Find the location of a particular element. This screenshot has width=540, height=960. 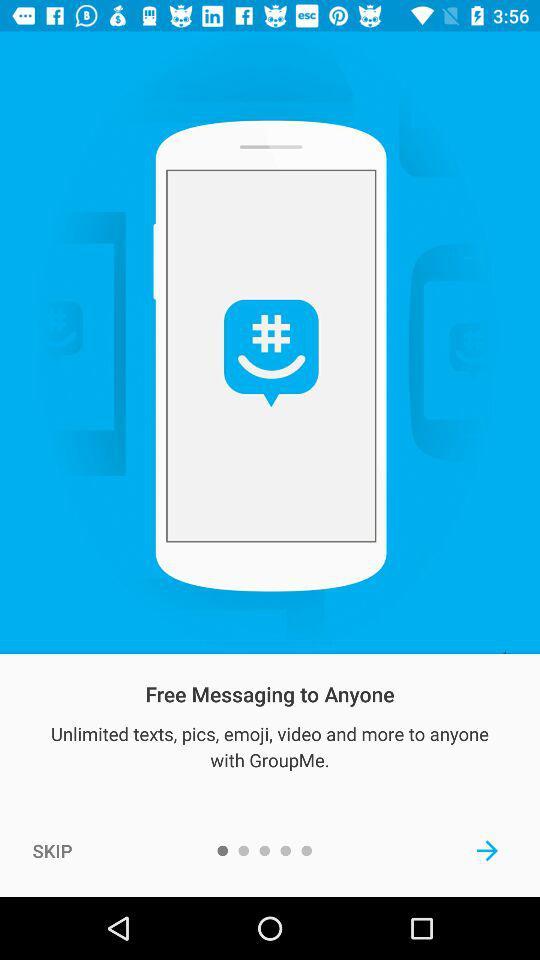

sign up is located at coordinates (486, 849).